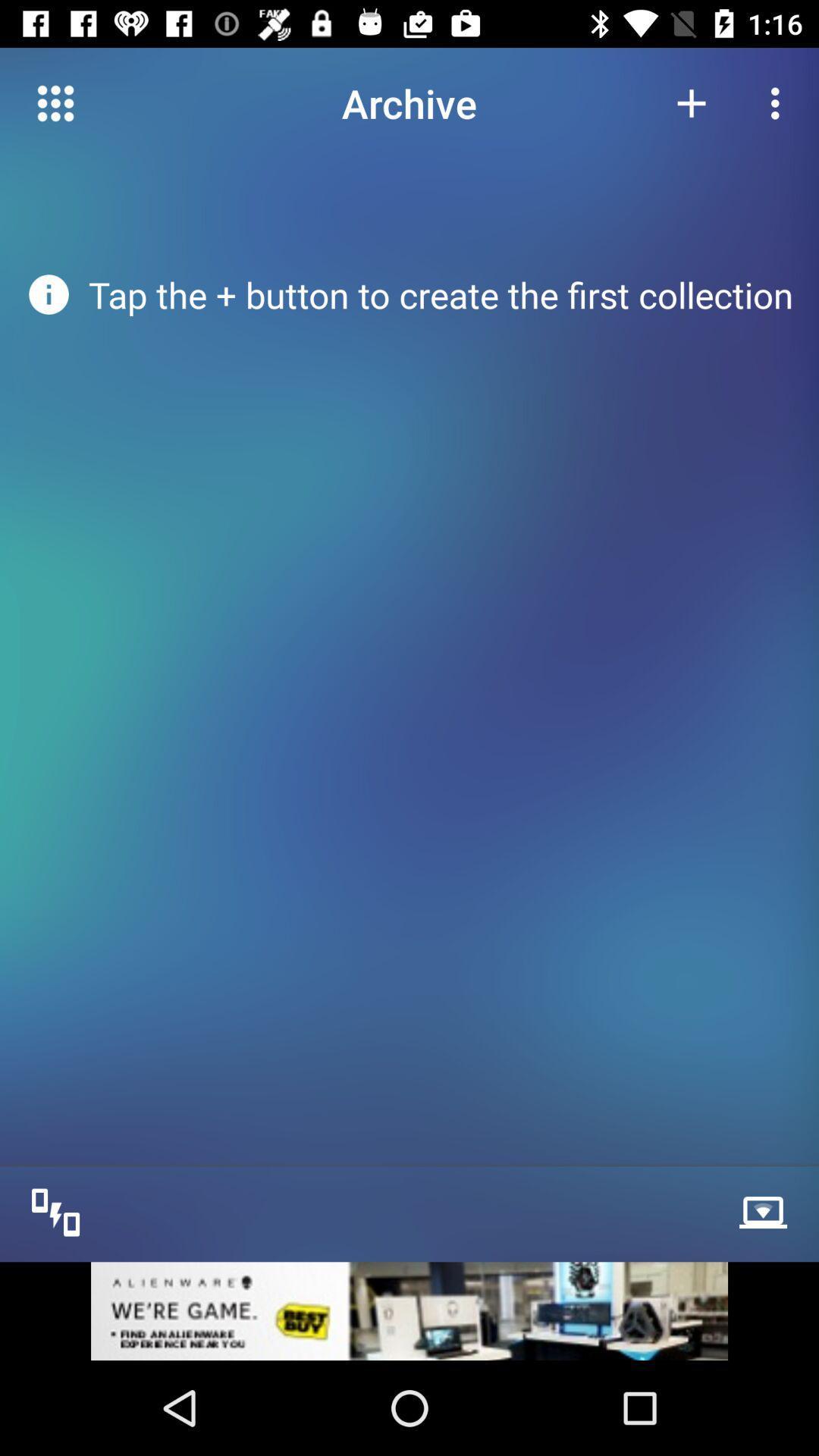 The width and height of the screenshot is (819, 1456). I want to click on image link to advertisement, so click(409, 1310).